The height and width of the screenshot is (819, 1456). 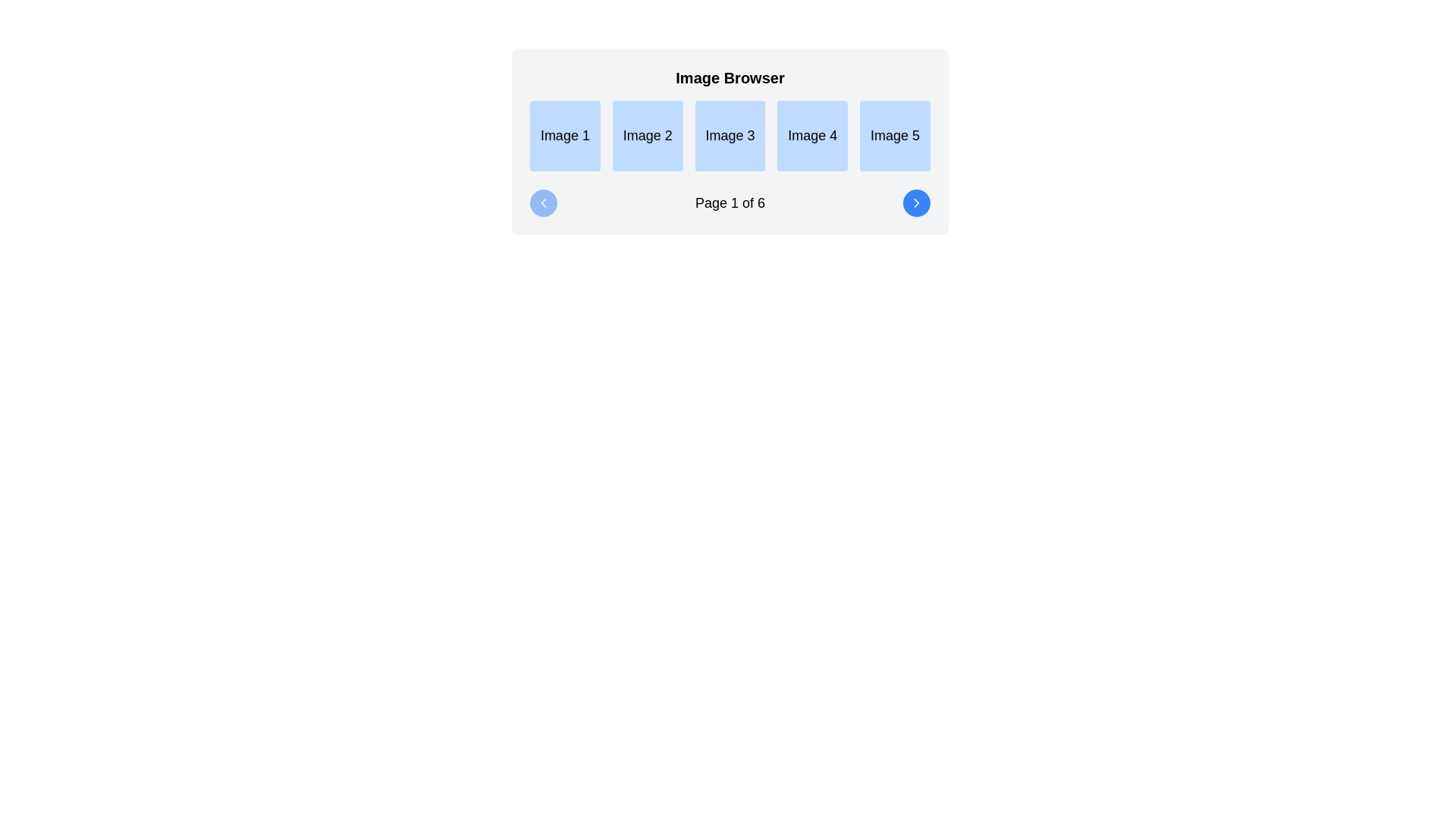 What do you see at coordinates (648, 135) in the screenshot?
I see `the second static visual tile labeled 'Image 2', which is positioned between 'Image 1' and 'Image 3'` at bounding box center [648, 135].